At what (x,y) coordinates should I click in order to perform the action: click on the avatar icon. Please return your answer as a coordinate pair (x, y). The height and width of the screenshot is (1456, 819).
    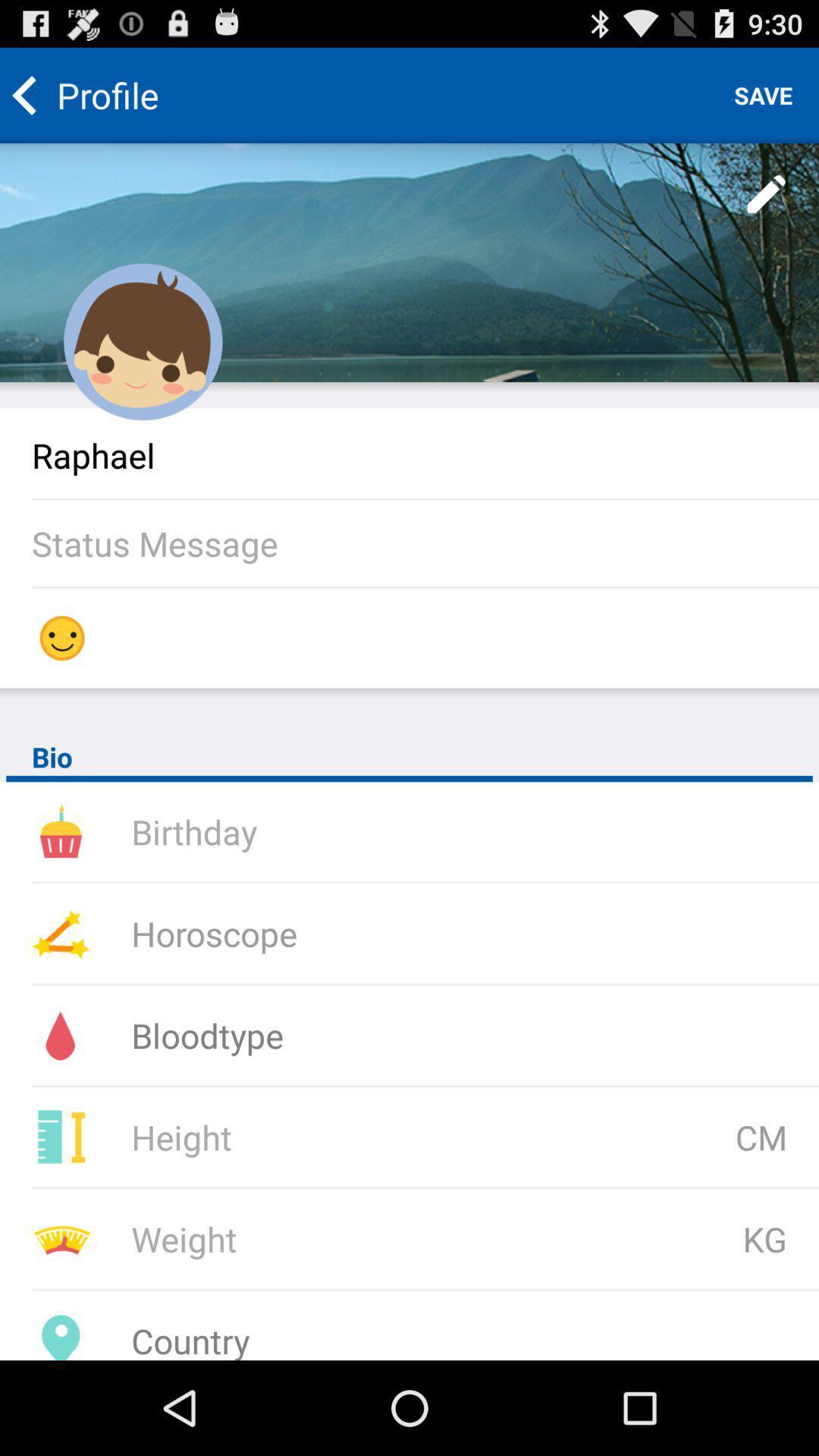
    Looking at the image, I should click on (143, 366).